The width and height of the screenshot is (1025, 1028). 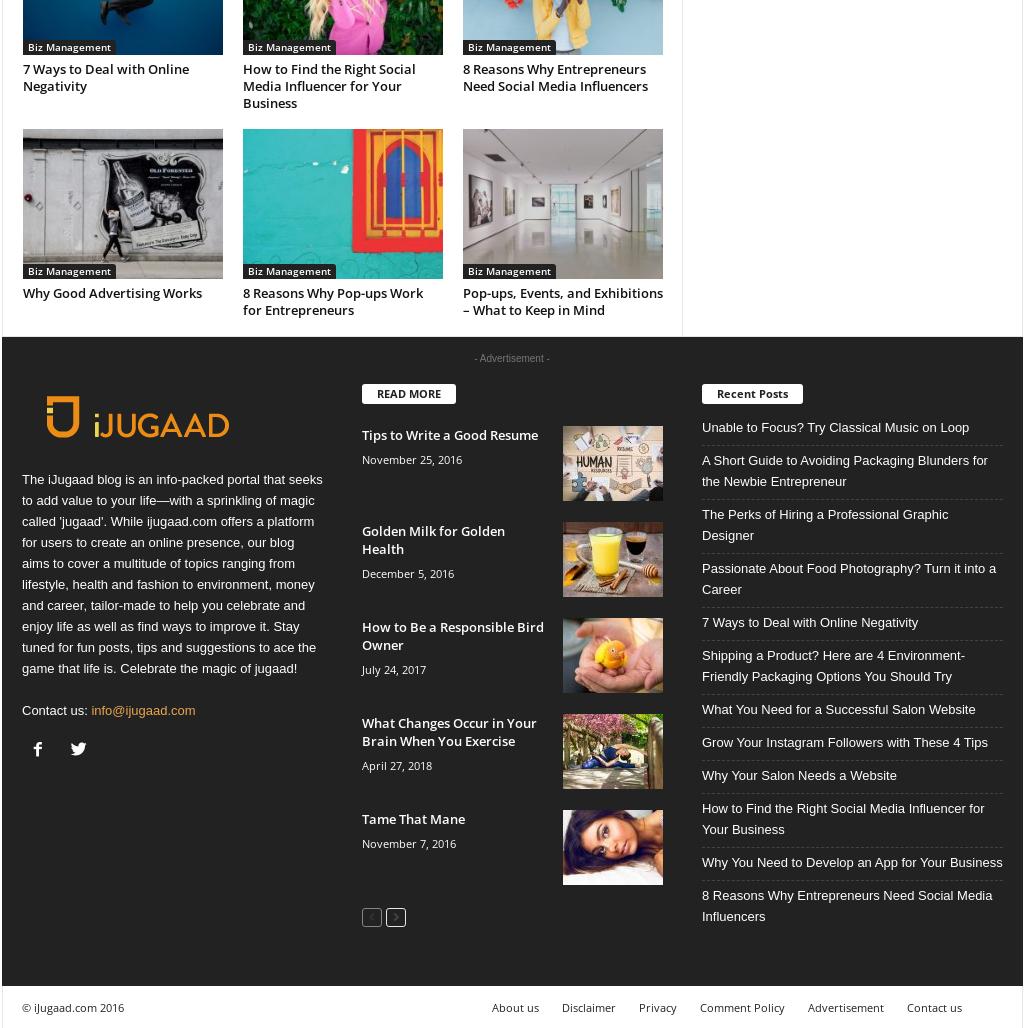 What do you see at coordinates (141, 709) in the screenshot?
I see `'info@ijugaad.com'` at bounding box center [141, 709].